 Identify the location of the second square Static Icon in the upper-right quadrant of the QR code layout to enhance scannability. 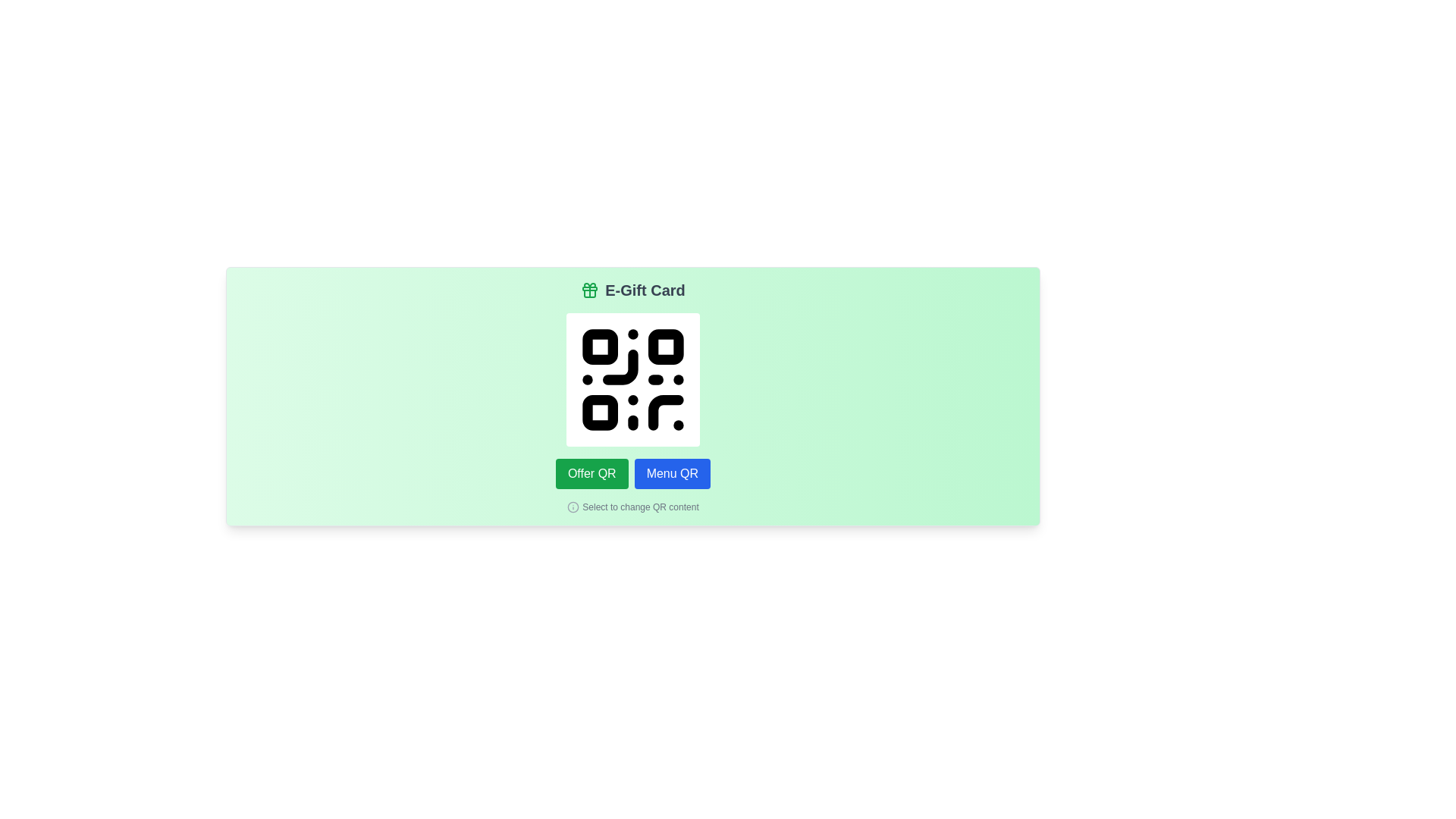
(666, 347).